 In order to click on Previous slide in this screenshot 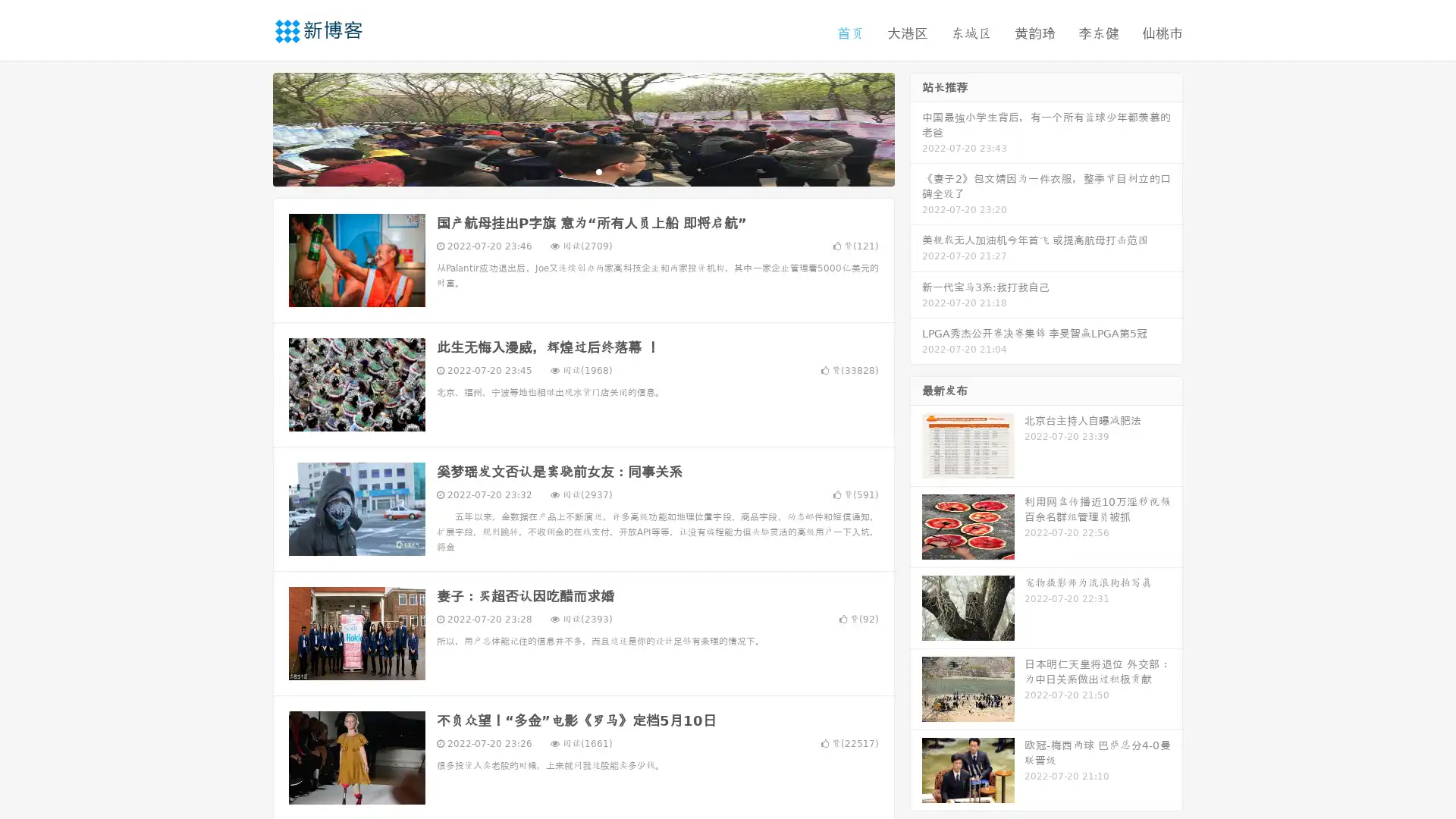, I will do `click(250, 127)`.